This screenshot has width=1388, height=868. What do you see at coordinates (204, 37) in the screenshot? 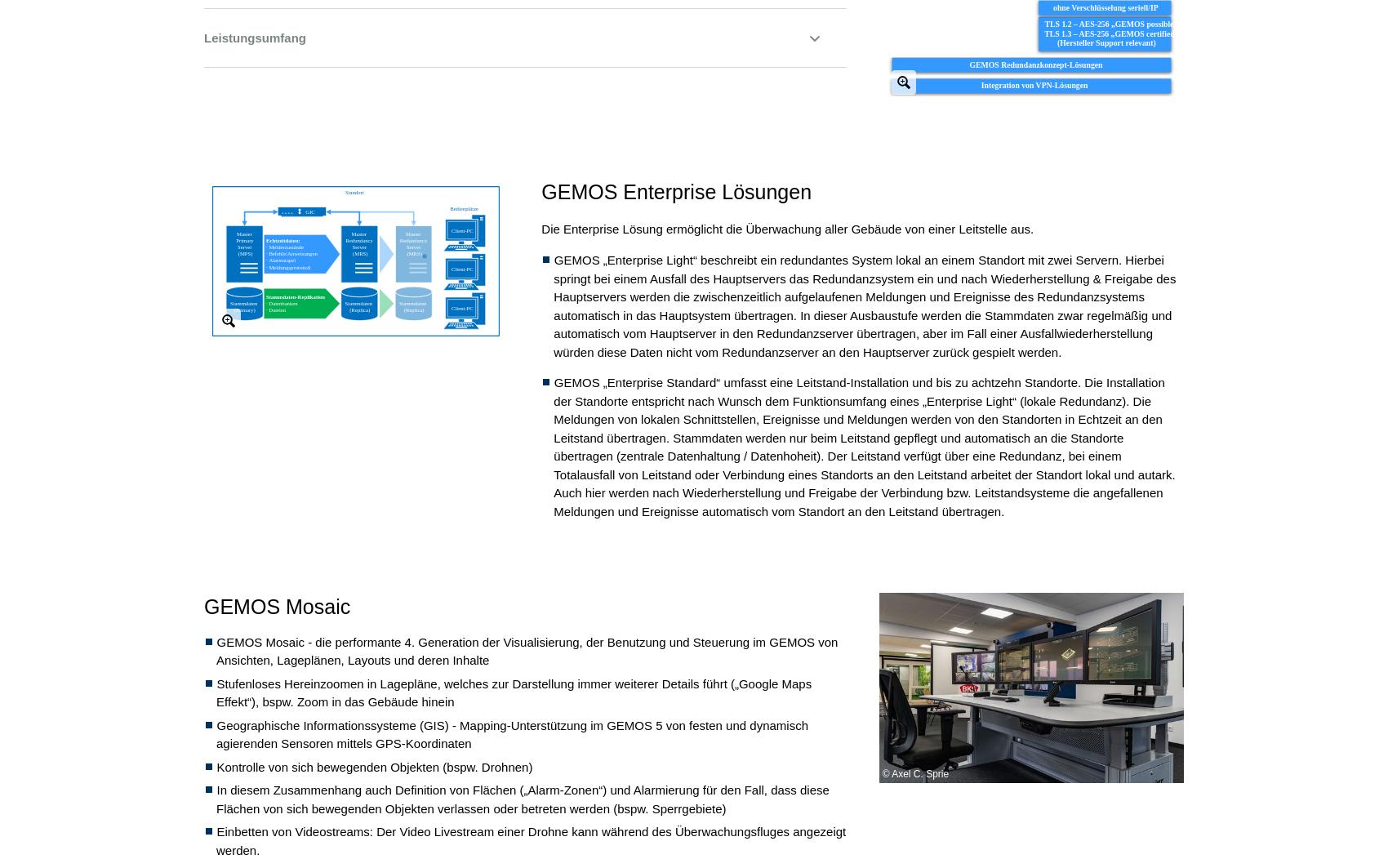
I see `'Leistungsumfang'` at bounding box center [204, 37].